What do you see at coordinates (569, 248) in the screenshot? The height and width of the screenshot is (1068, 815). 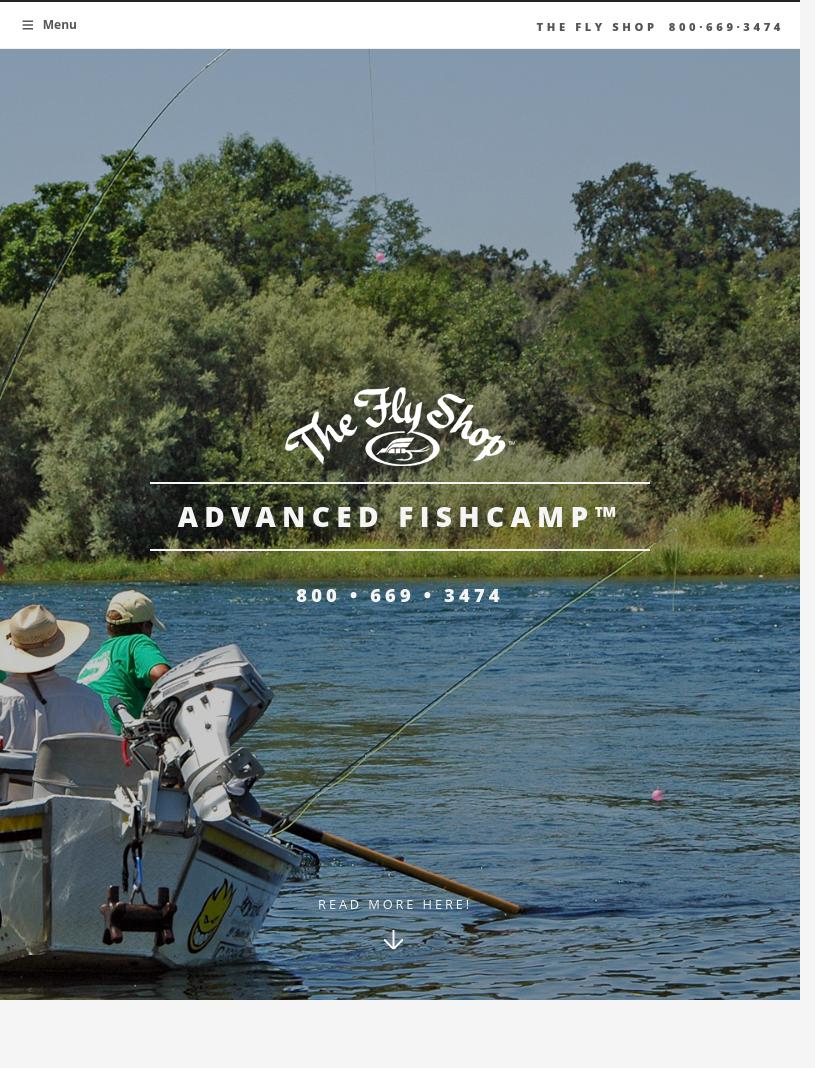 I see `'TFS Publications'` at bounding box center [569, 248].